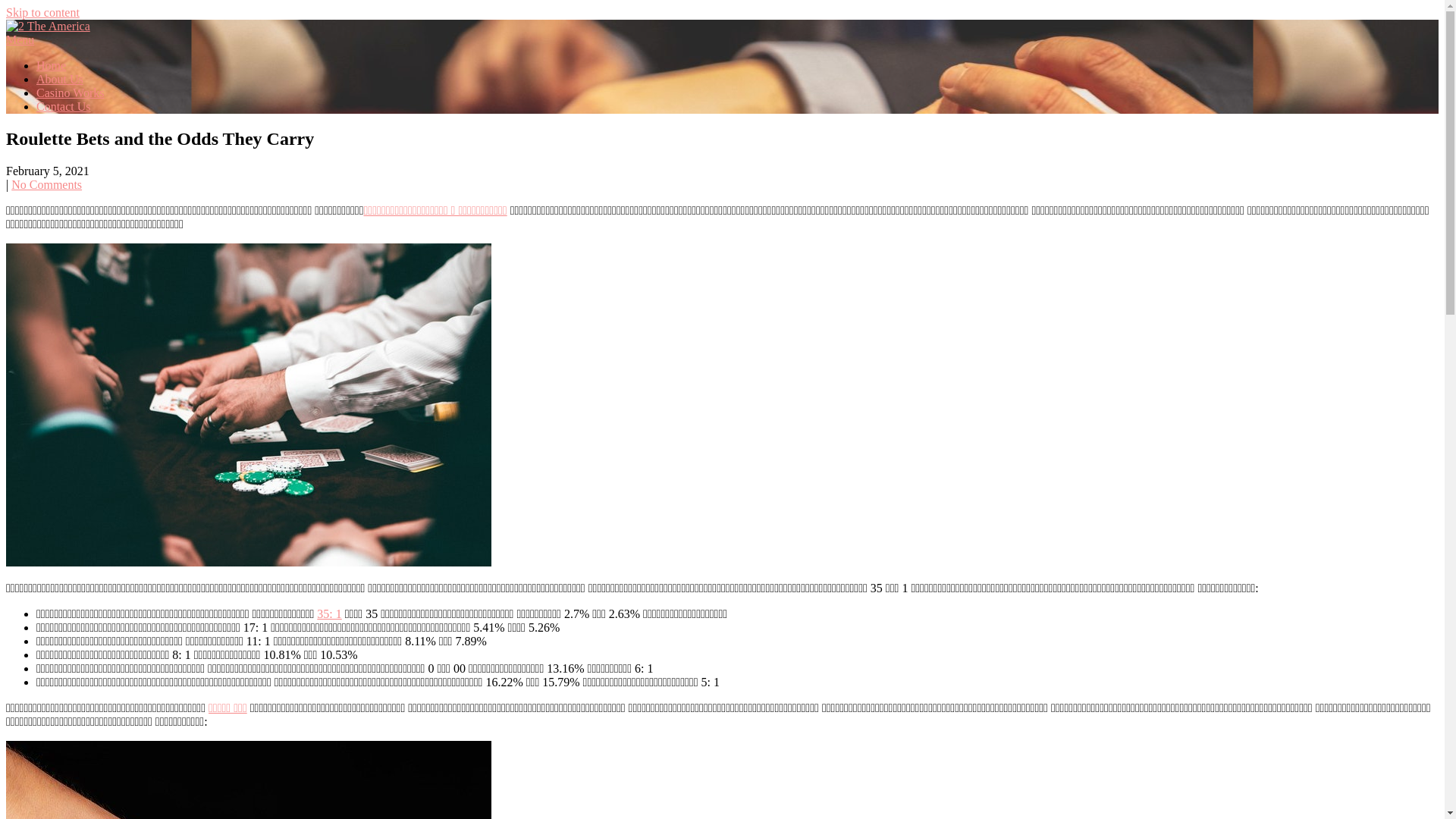 The image size is (1456, 819). I want to click on 'Home', so click(51, 64).